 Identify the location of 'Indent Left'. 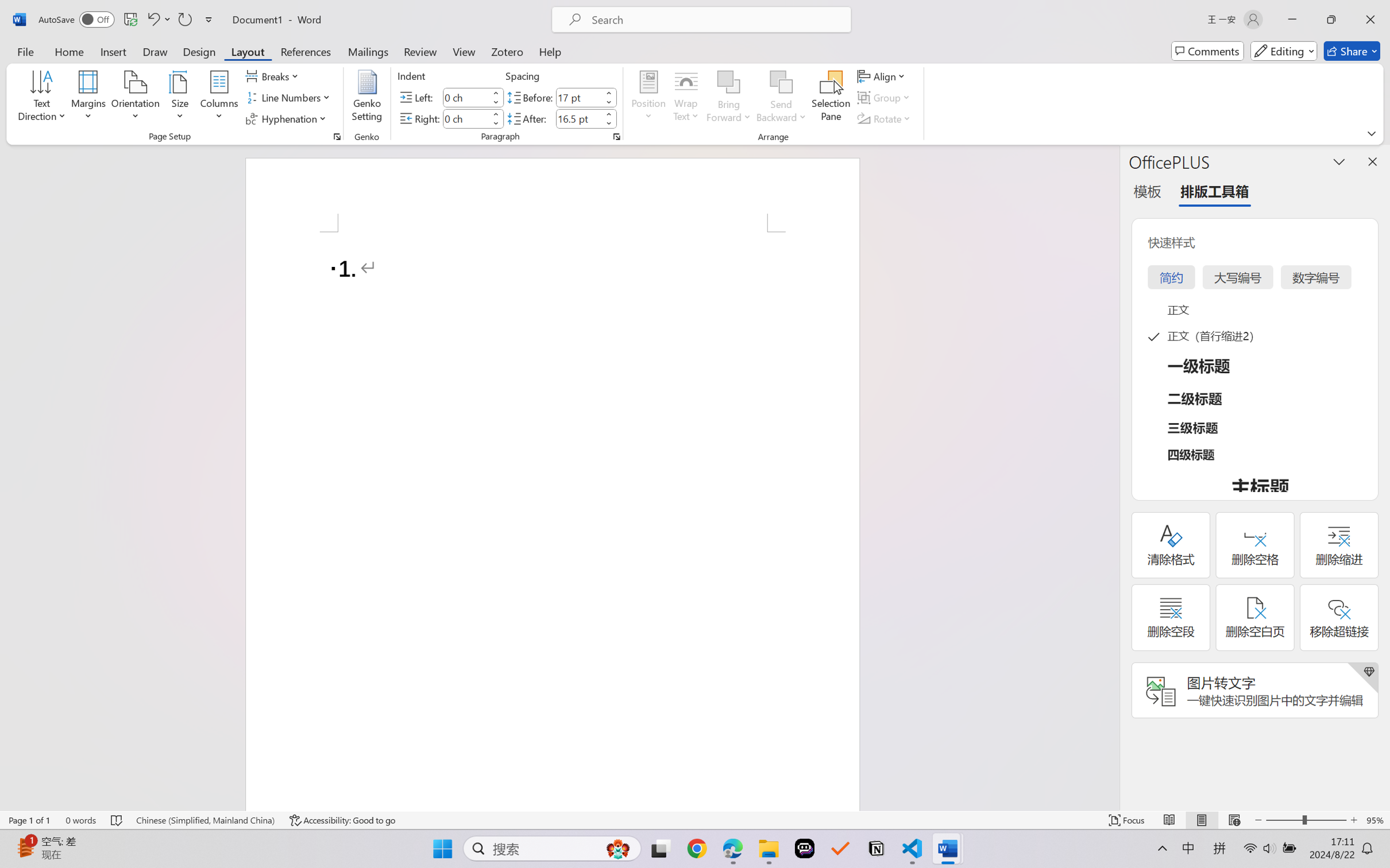
(465, 96).